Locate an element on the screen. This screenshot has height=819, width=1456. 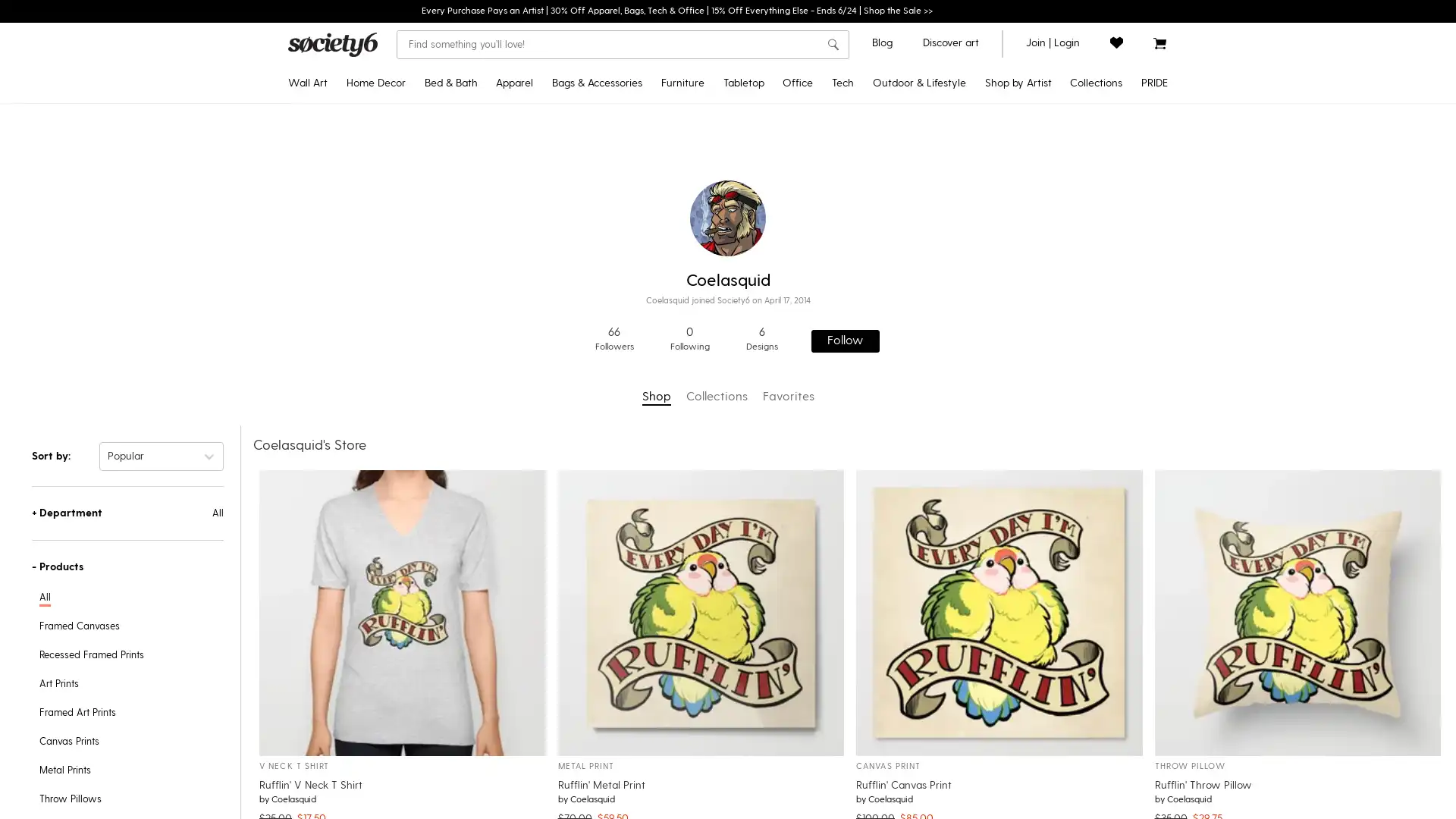
Pillow Shams is located at coordinates (483, 170).